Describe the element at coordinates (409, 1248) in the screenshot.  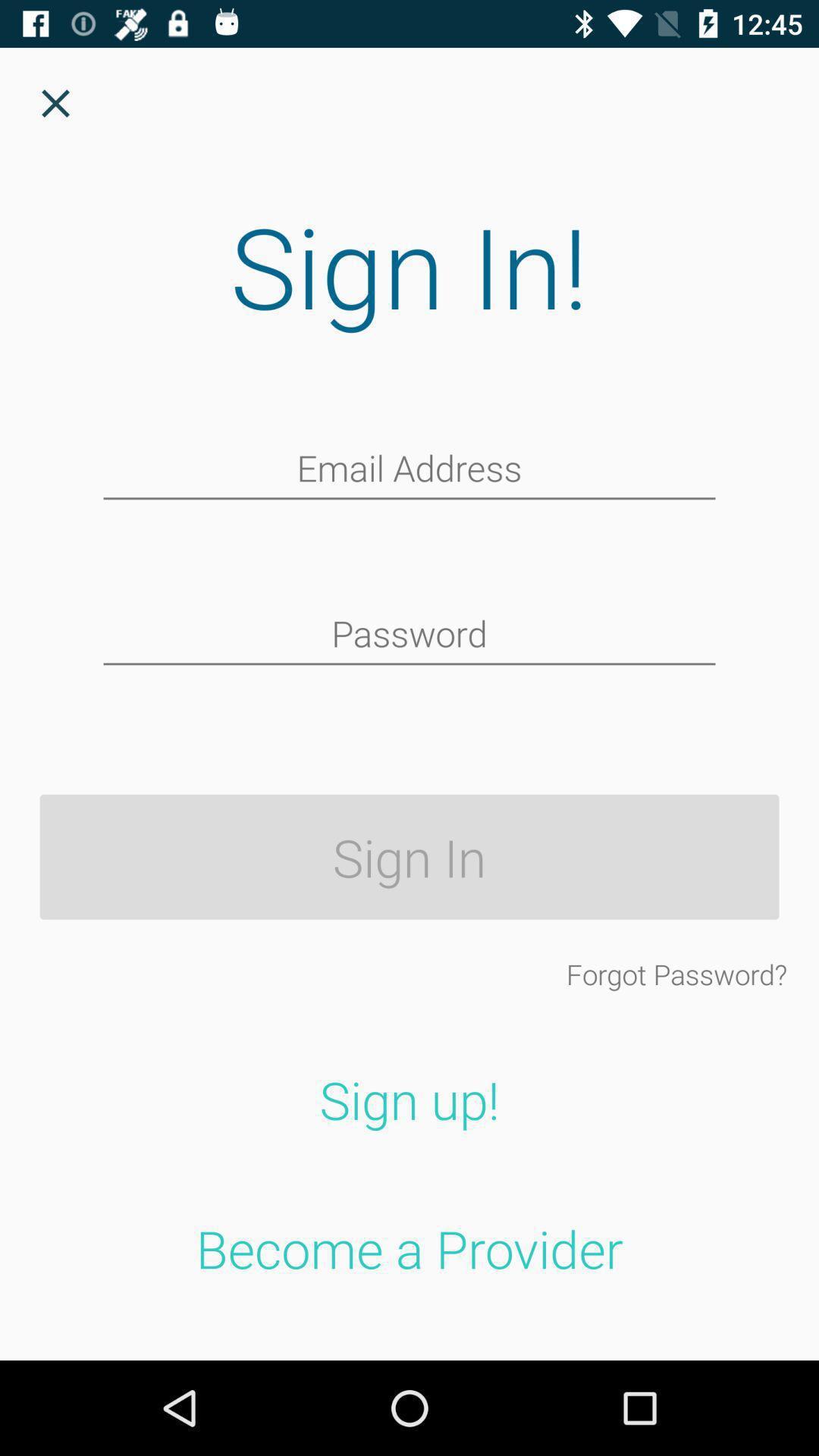
I see `the icon below the sign up!` at that location.